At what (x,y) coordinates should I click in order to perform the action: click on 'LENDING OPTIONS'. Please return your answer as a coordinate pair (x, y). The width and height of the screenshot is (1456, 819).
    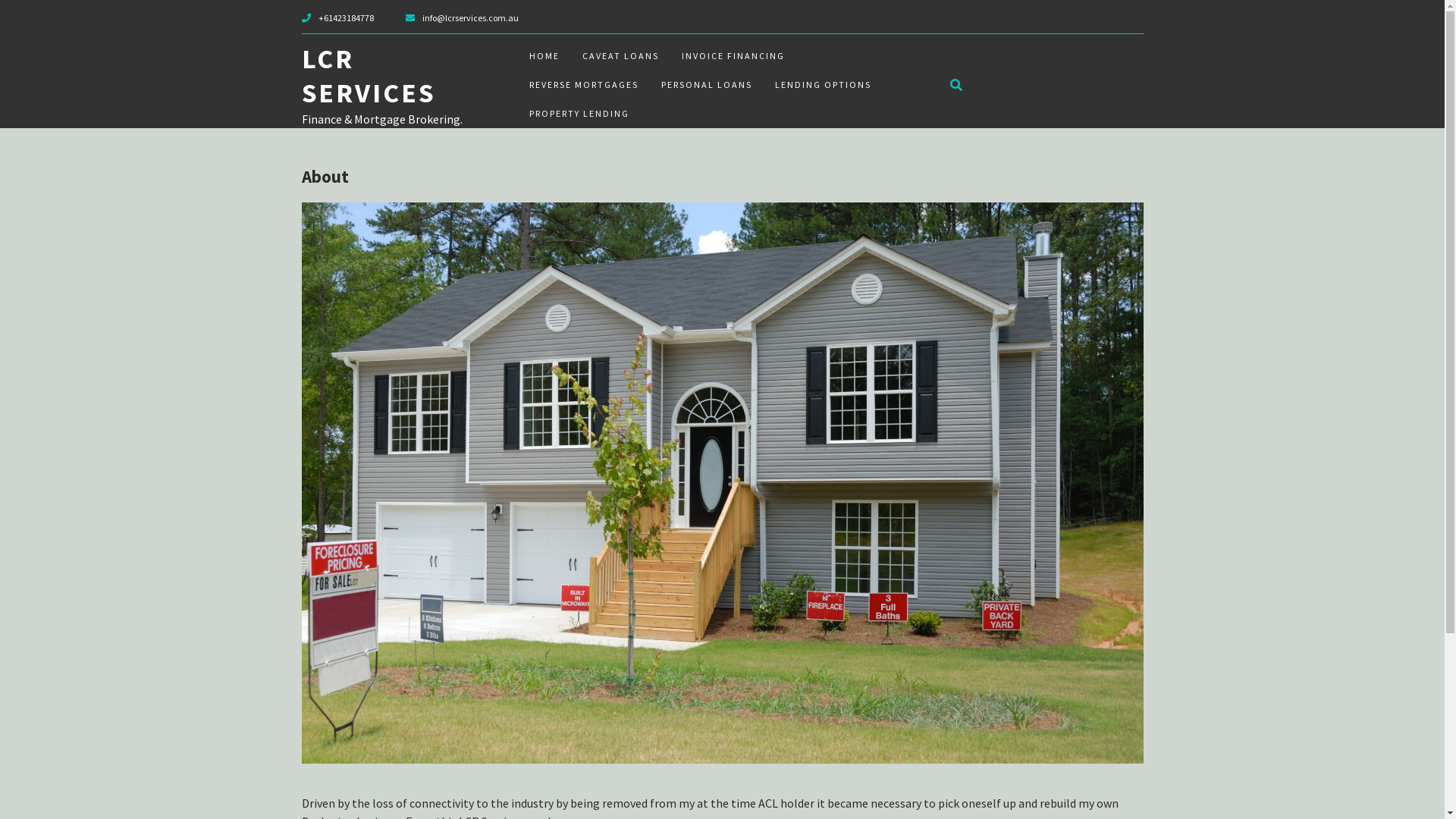
    Looking at the image, I should click on (821, 84).